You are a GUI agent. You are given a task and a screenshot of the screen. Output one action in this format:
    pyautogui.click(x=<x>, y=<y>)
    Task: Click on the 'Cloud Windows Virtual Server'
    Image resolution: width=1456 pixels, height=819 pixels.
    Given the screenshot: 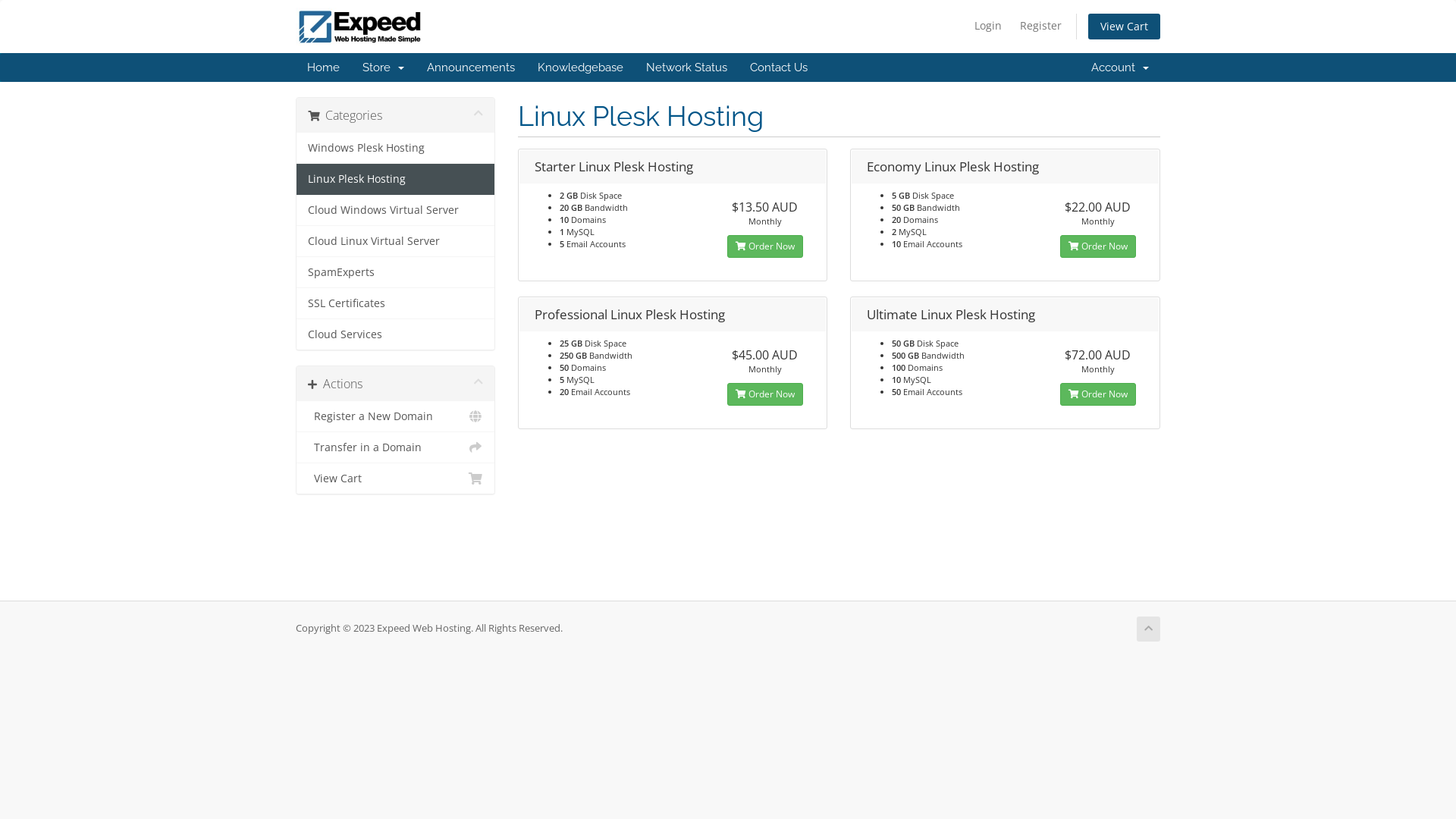 What is the action you would take?
    pyautogui.click(x=296, y=210)
    